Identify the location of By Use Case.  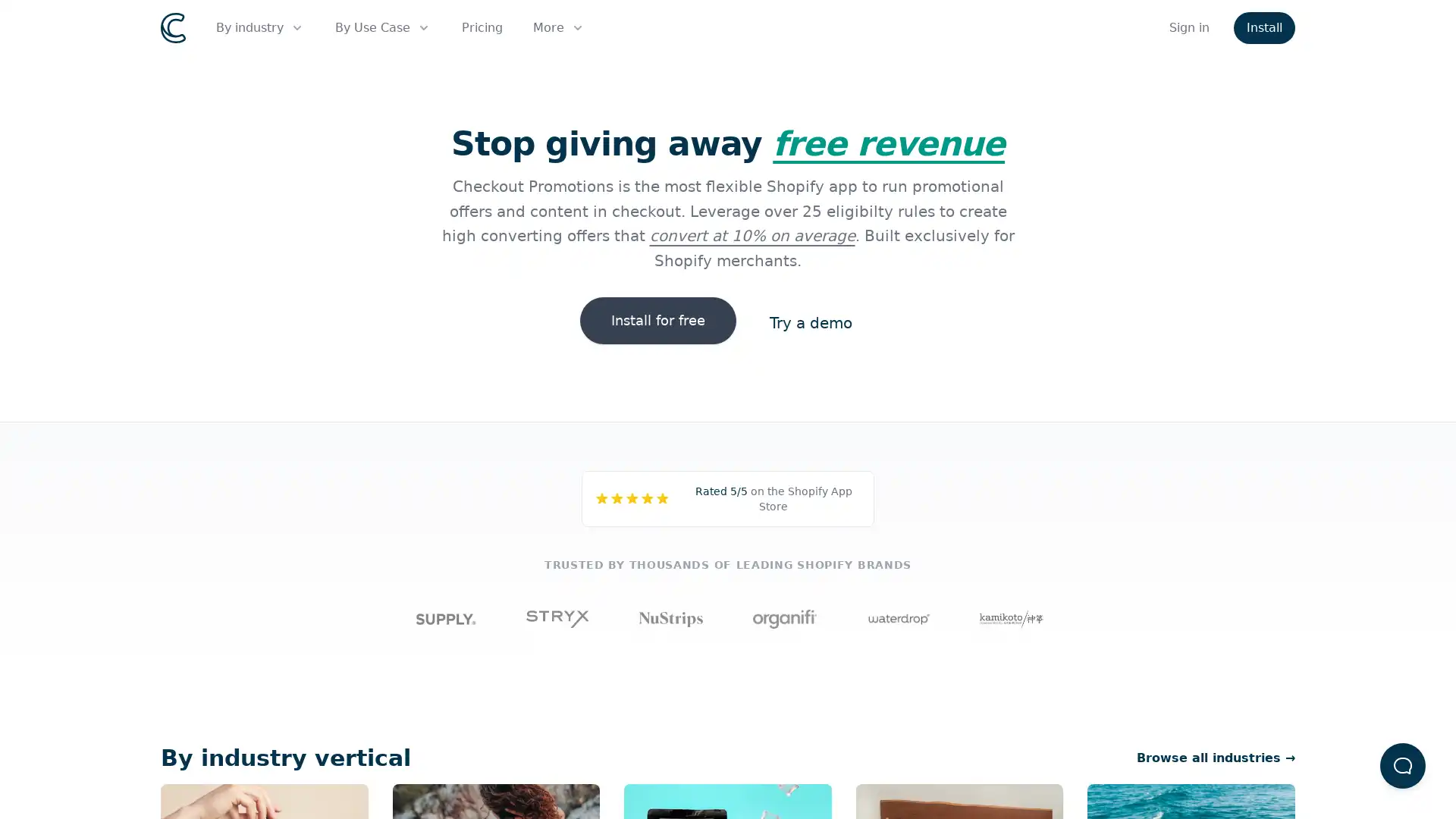
(383, 28).